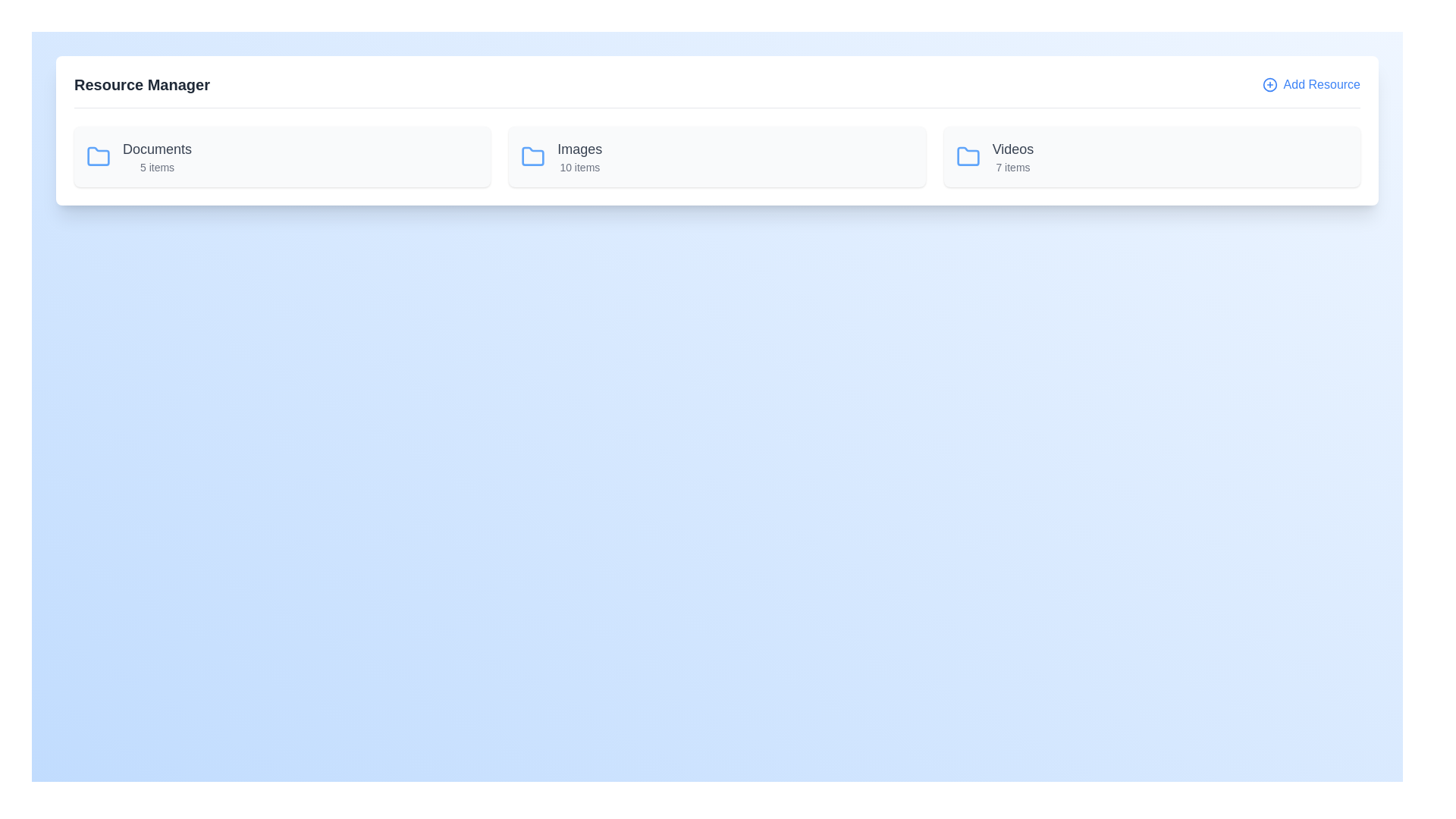 This screenshot has width=1456, height=819. I want to click on the 'Add Resource' text label located at the top right area of the interface, so click(1321, 84).